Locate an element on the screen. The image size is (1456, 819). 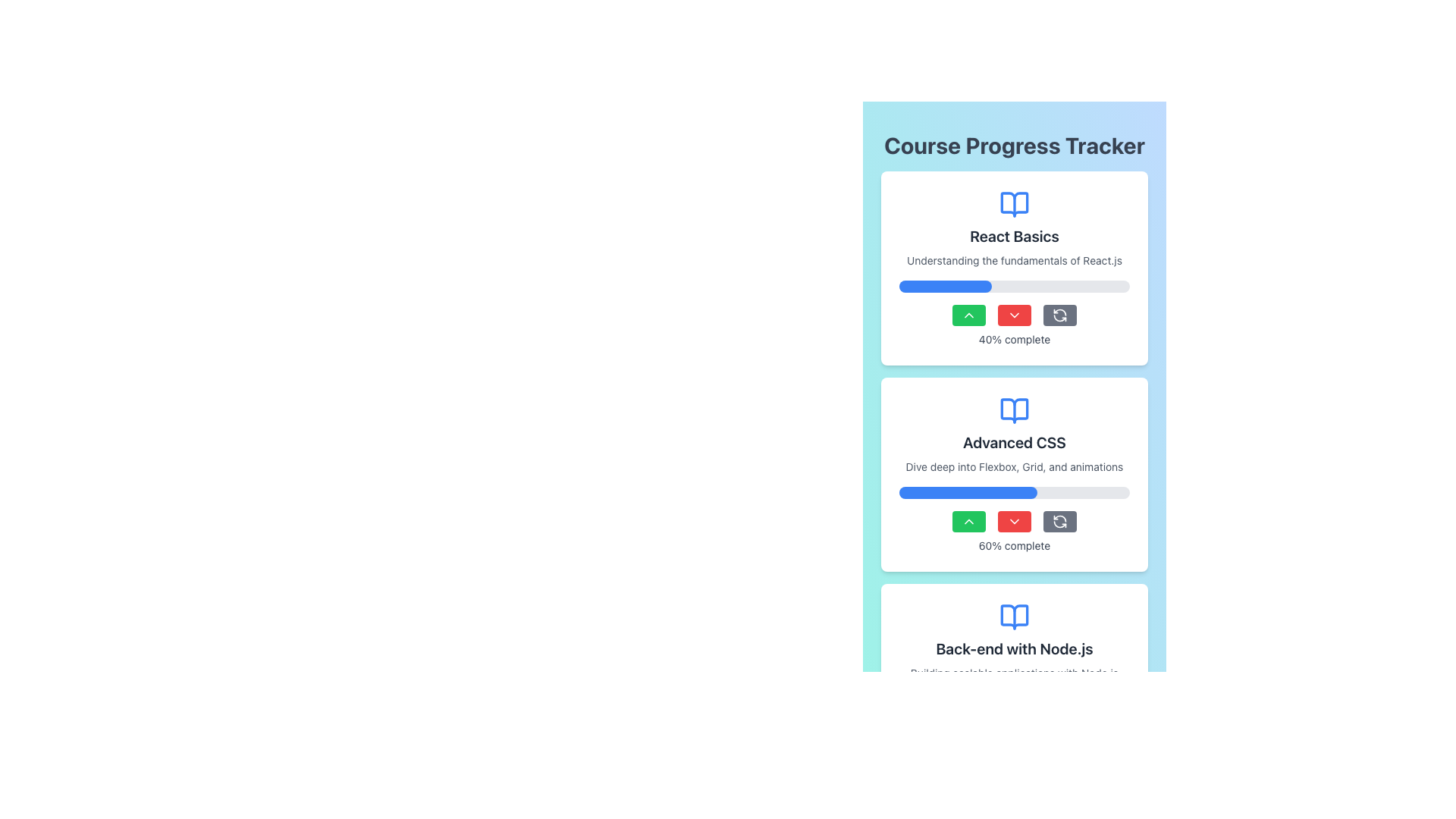
the upward chevron icon button with a green background is located at coordinates (968, 520).